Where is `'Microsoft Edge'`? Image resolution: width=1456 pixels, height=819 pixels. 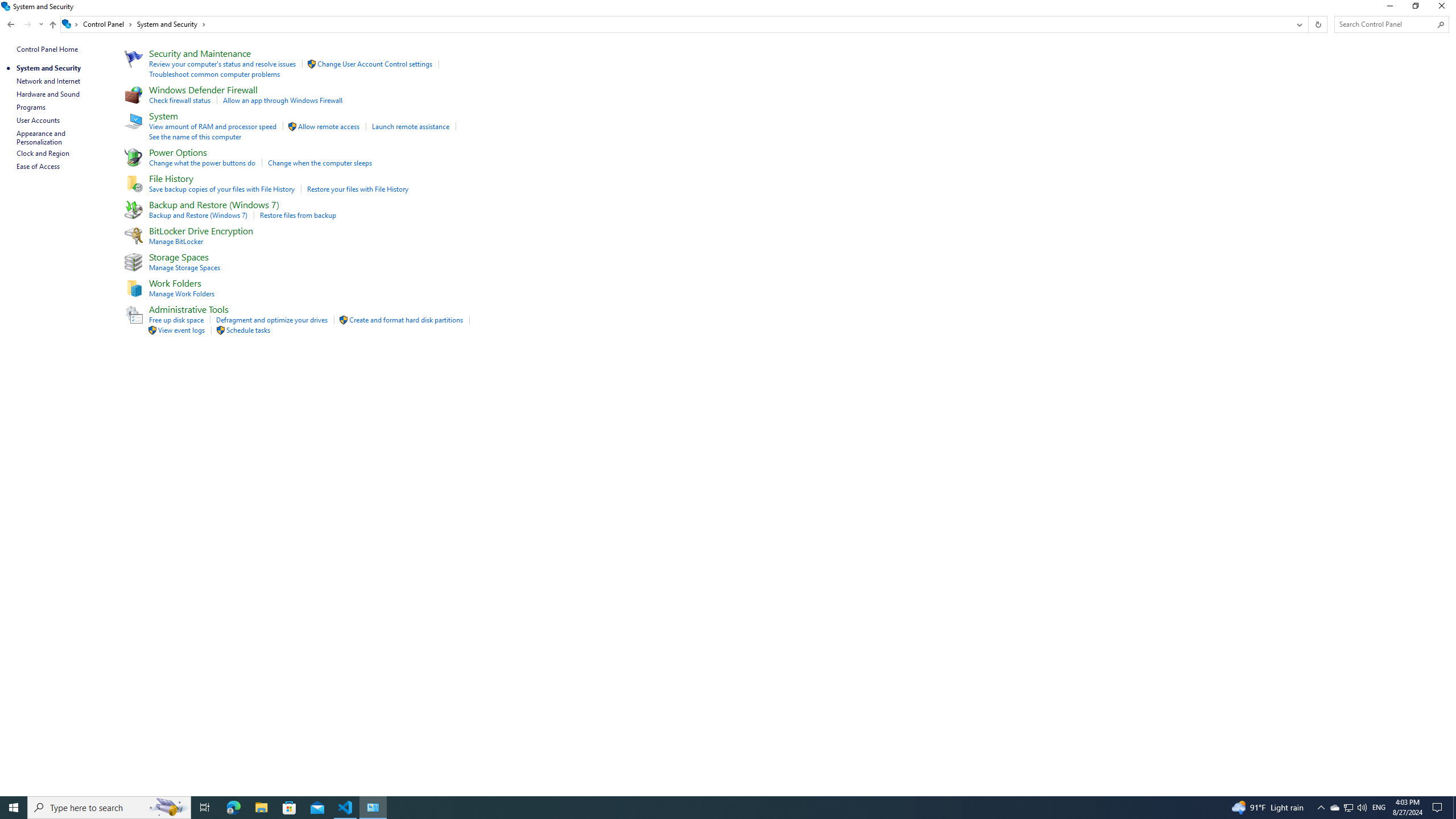
'Microsoft Edge' is located at coordinates (233, 806).